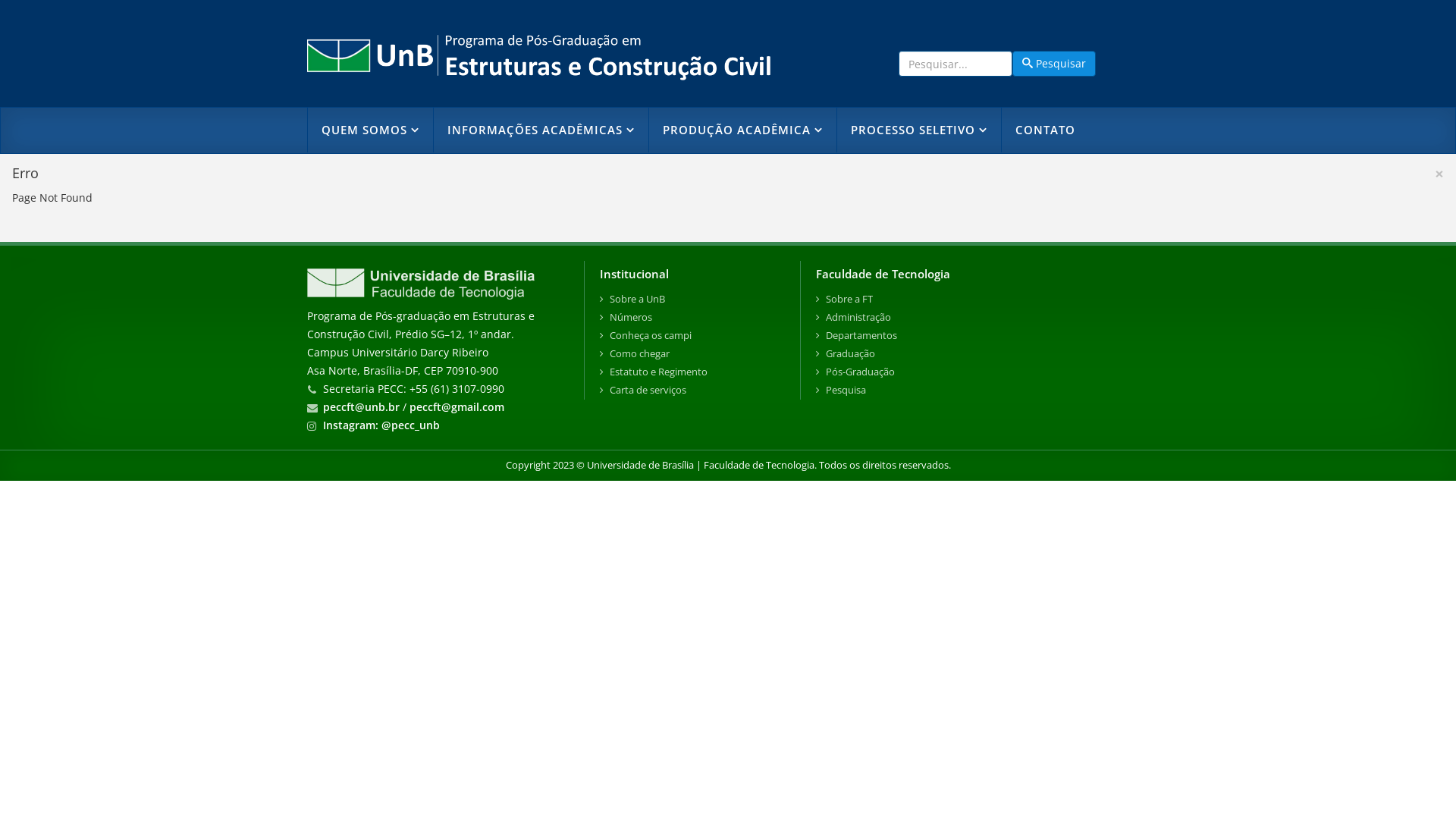  Describe the element at coordinates (1053, 63) in the screenshot. I see `'Pesquisar'` at that location.